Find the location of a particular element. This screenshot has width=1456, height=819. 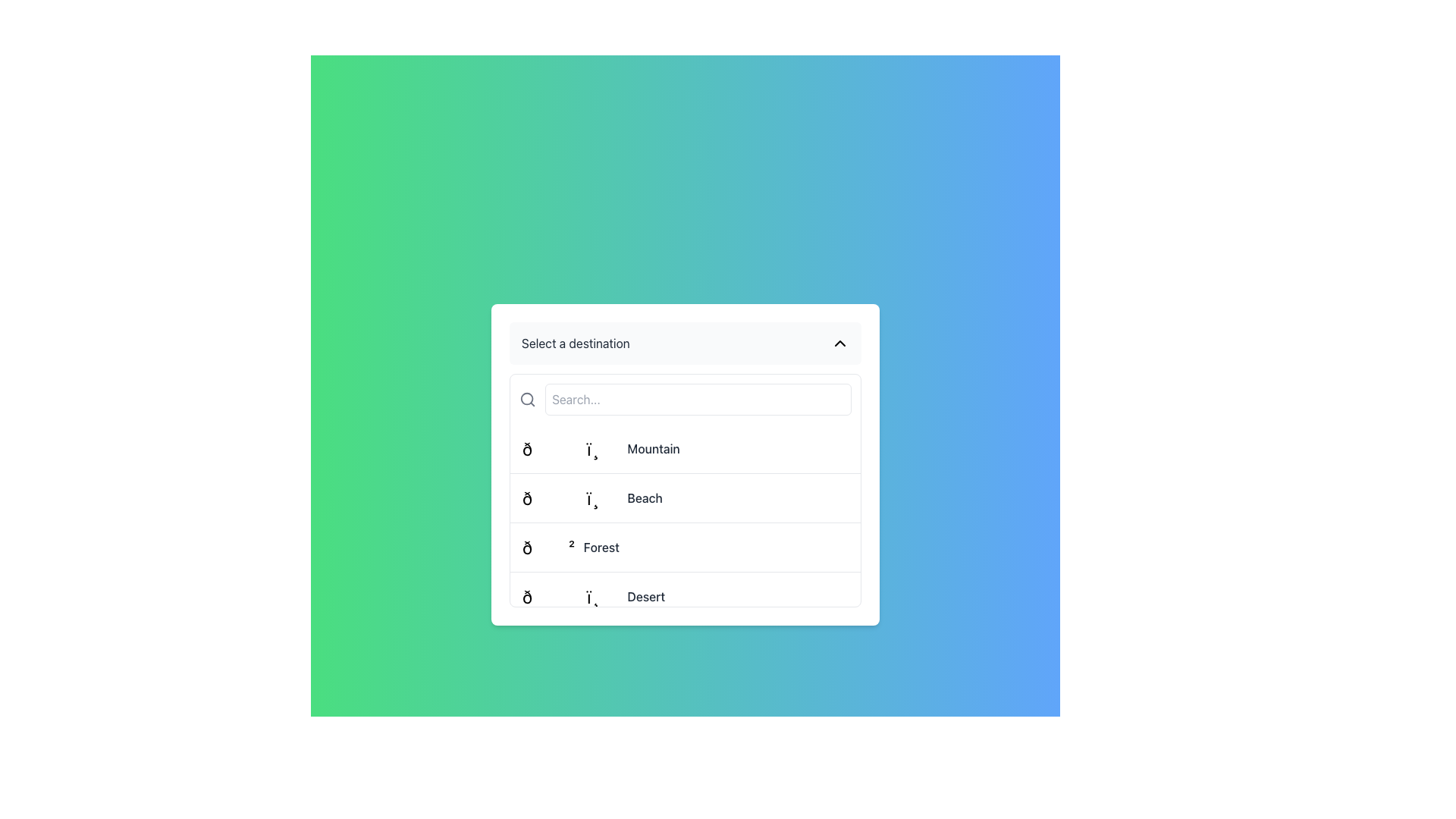

the list item associated with the text label 'Forest' by clicking on it, which is the third entry under 'Select a destination' is located at coordinates (600, 547).